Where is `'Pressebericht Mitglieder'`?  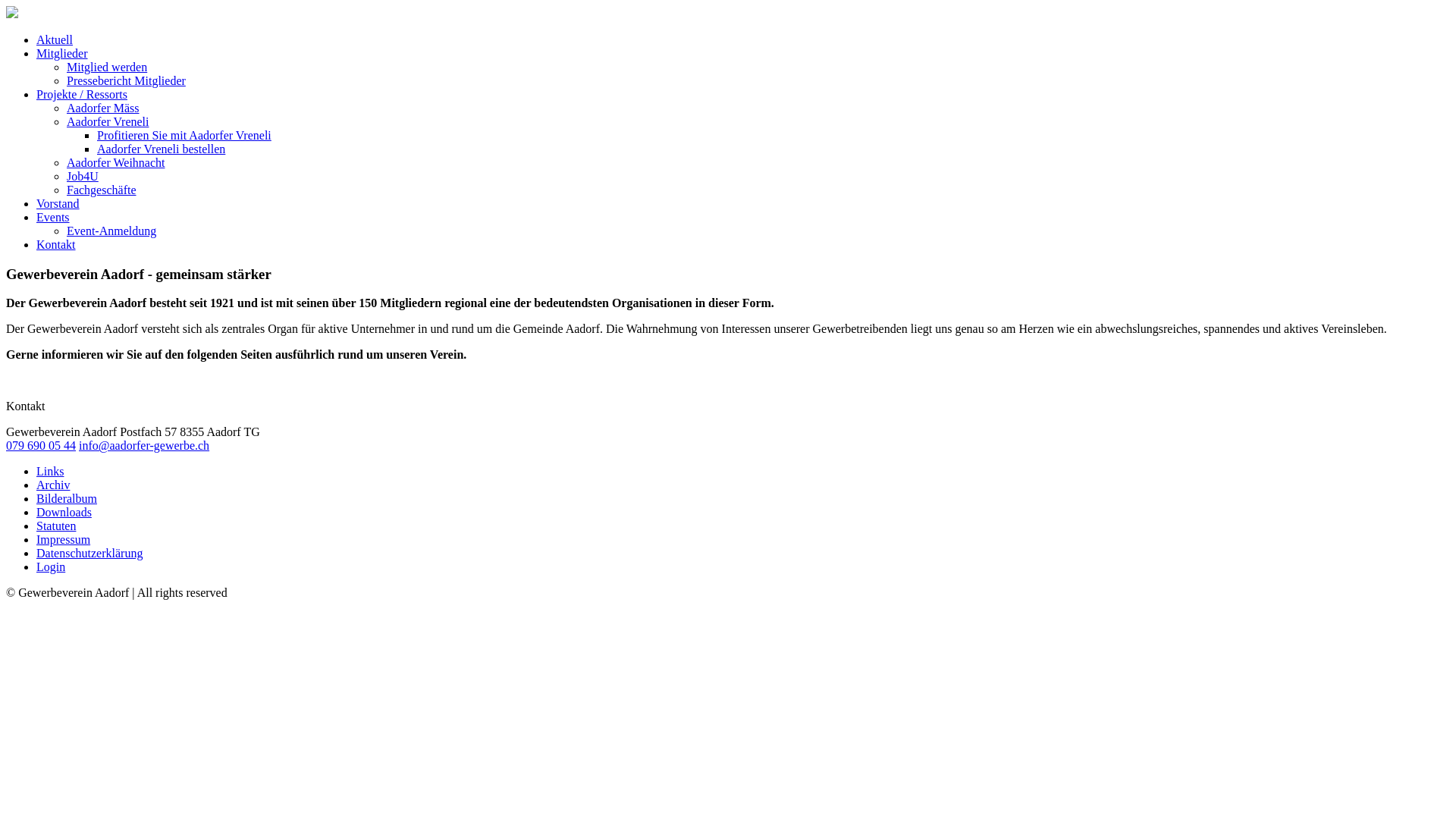
'Pressebericht Mitglieder' is located at coordinates (126, 80).